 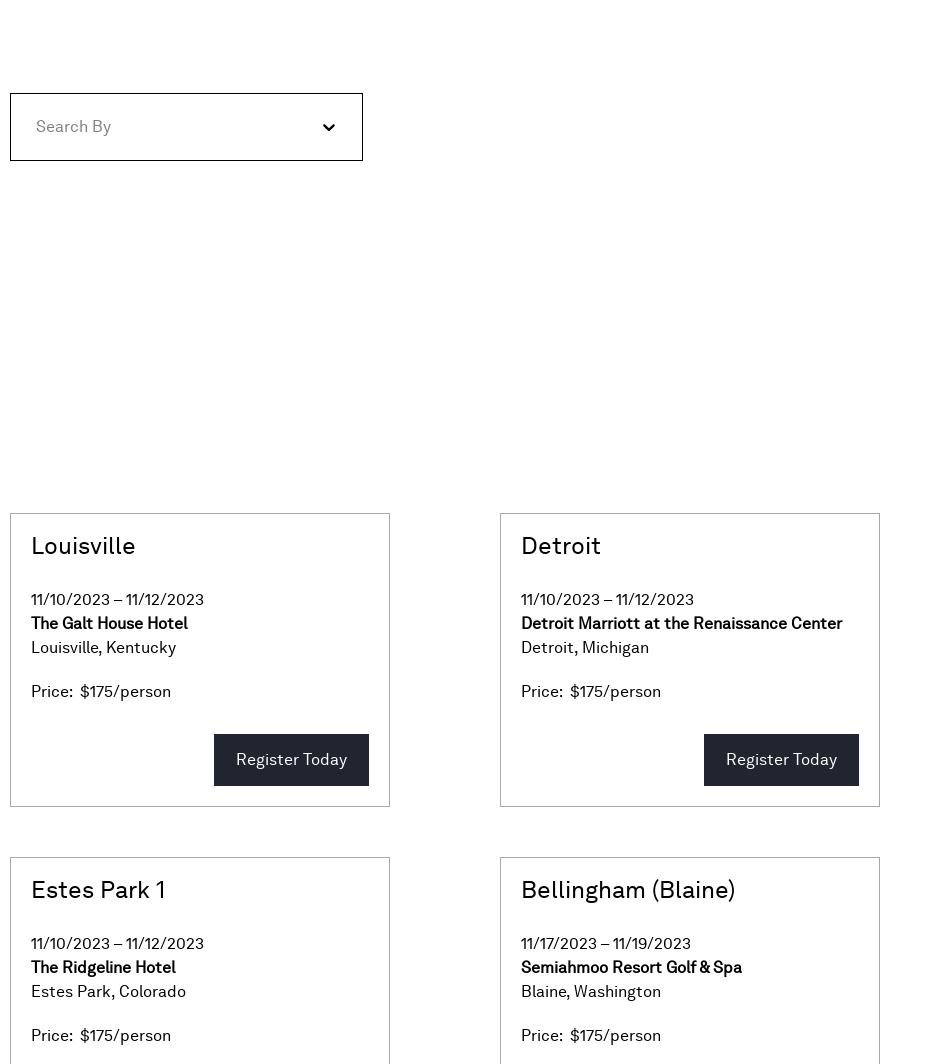 I want to click on 'Semiahmoo Resort Golf & Spa', so click(x=631, y=967).